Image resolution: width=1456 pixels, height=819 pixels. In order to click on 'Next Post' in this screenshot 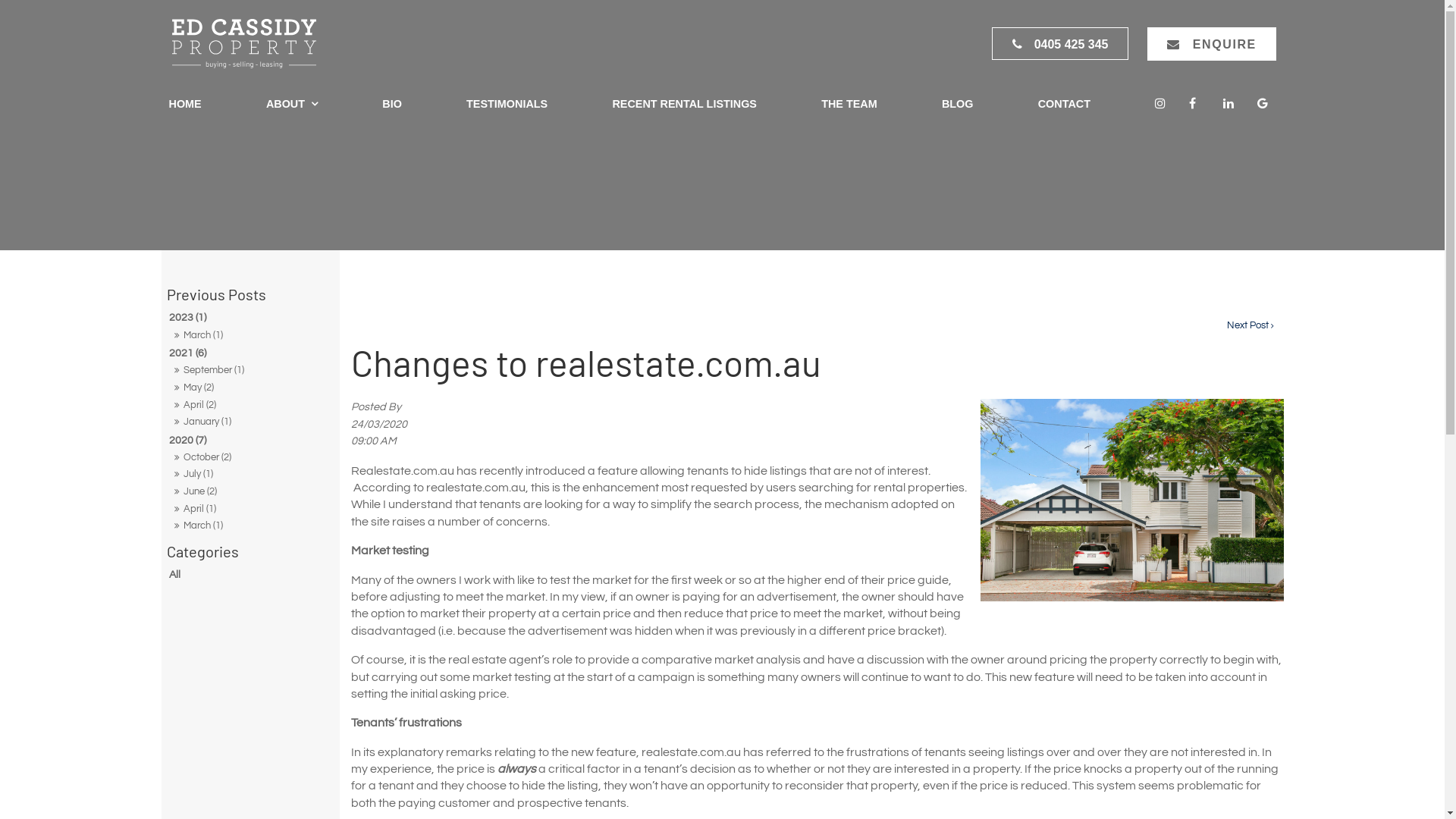, I will do `click(1250, 325)`.